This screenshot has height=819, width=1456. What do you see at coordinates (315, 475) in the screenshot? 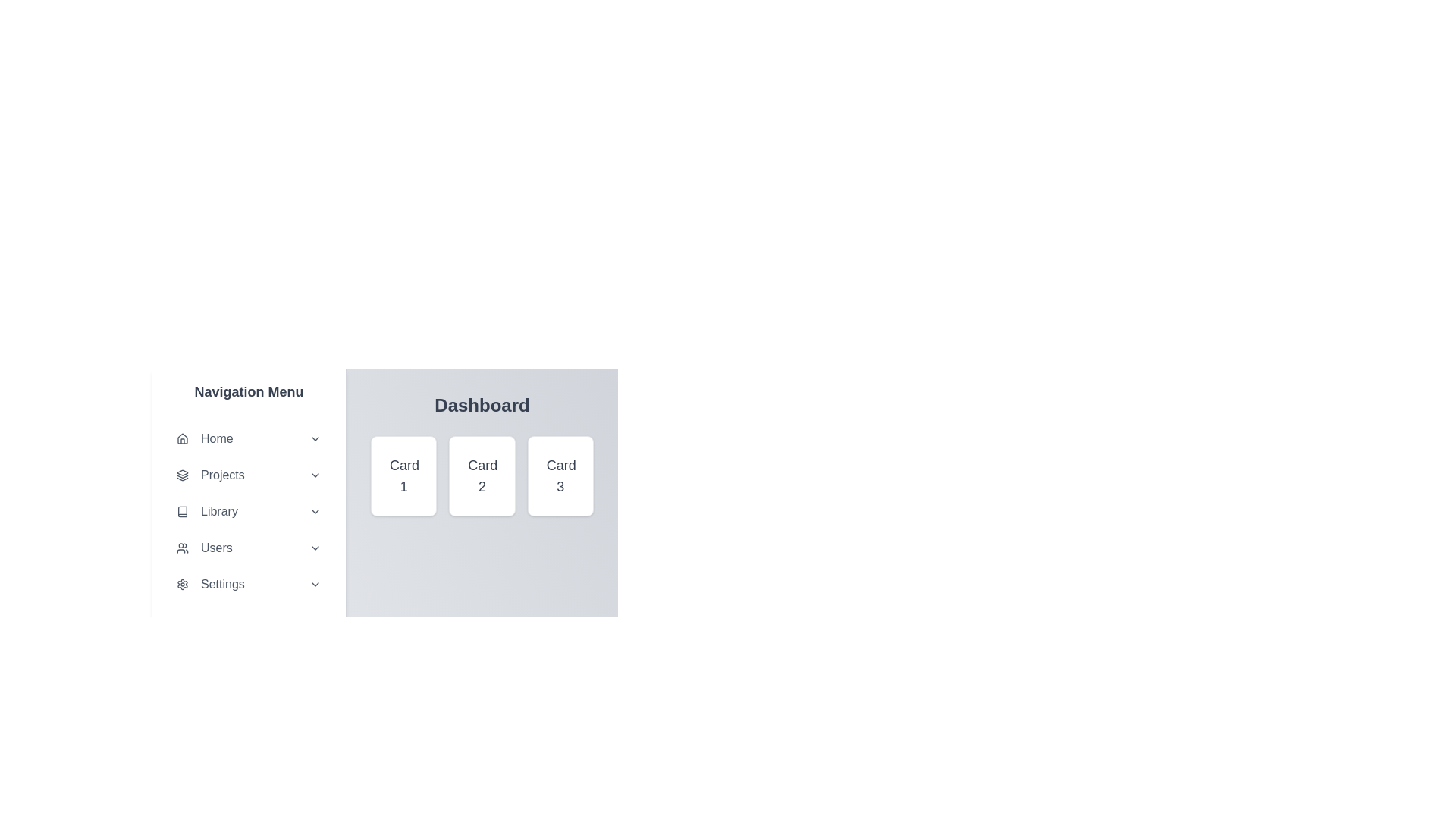
I see `the downward-facing chevron icon located at the right end of the 'Projects' navigation menu entry` at bounding box center [315, 475].